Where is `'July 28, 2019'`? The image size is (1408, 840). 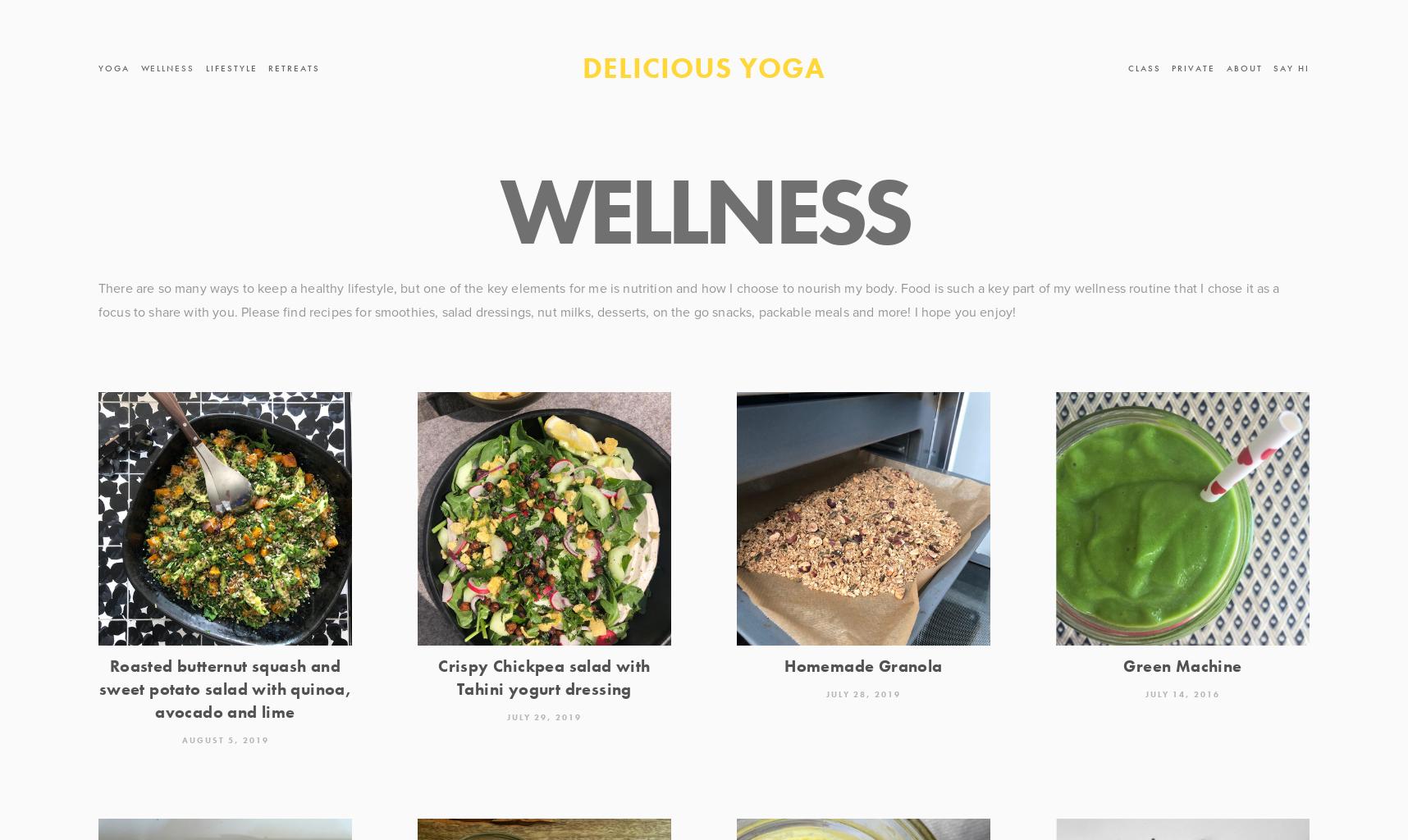 'July 28, 2019' is located at coordinates (863, 692).